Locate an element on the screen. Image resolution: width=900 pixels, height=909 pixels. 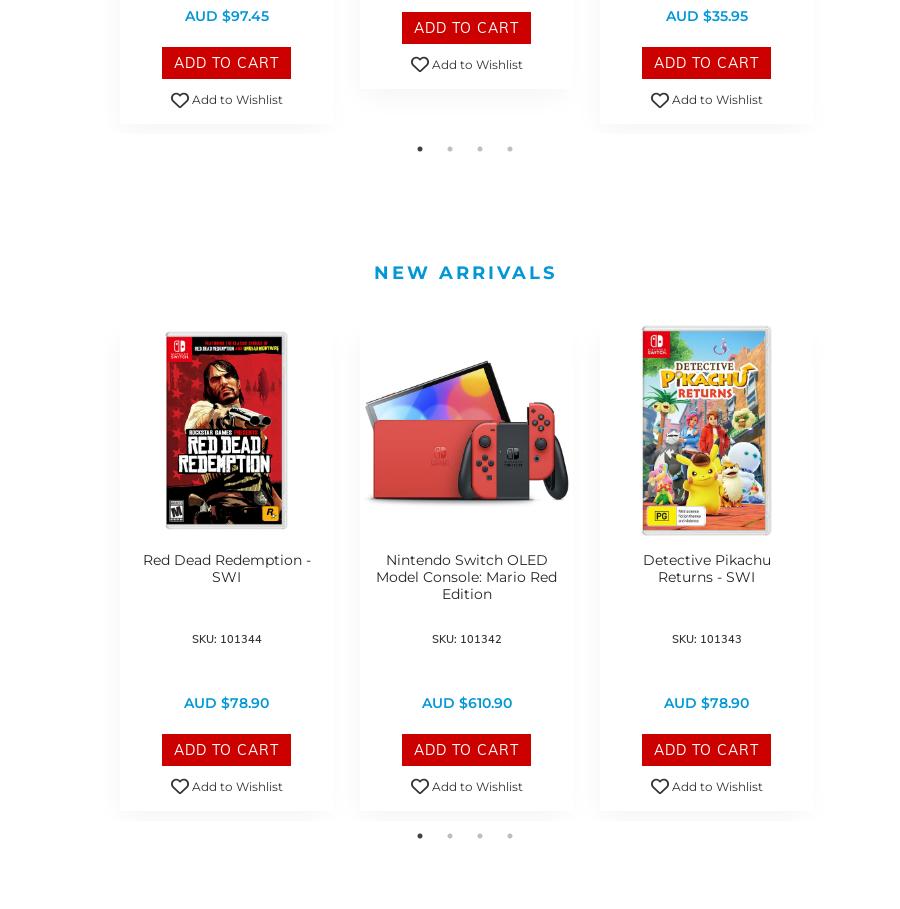
'Nintendo Switch OLED Model Console: Mario Red Edition' is located at coordinates (376, 575).